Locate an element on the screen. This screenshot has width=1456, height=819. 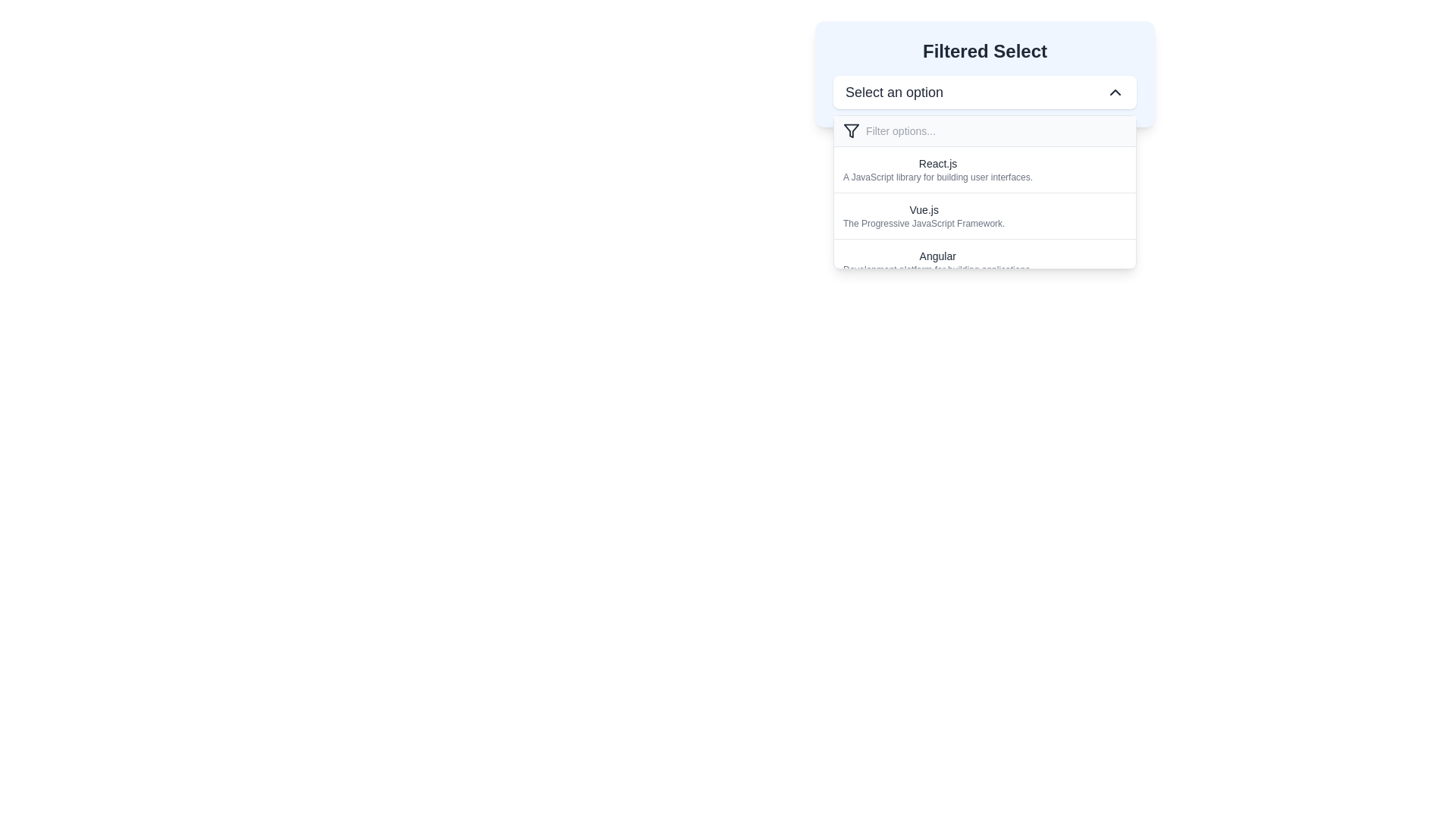
the triangular filter icon in the dropdown menu, which is rendered as an SVG element with a black outline and indicates filtering options is located at coordinates (852, 130).